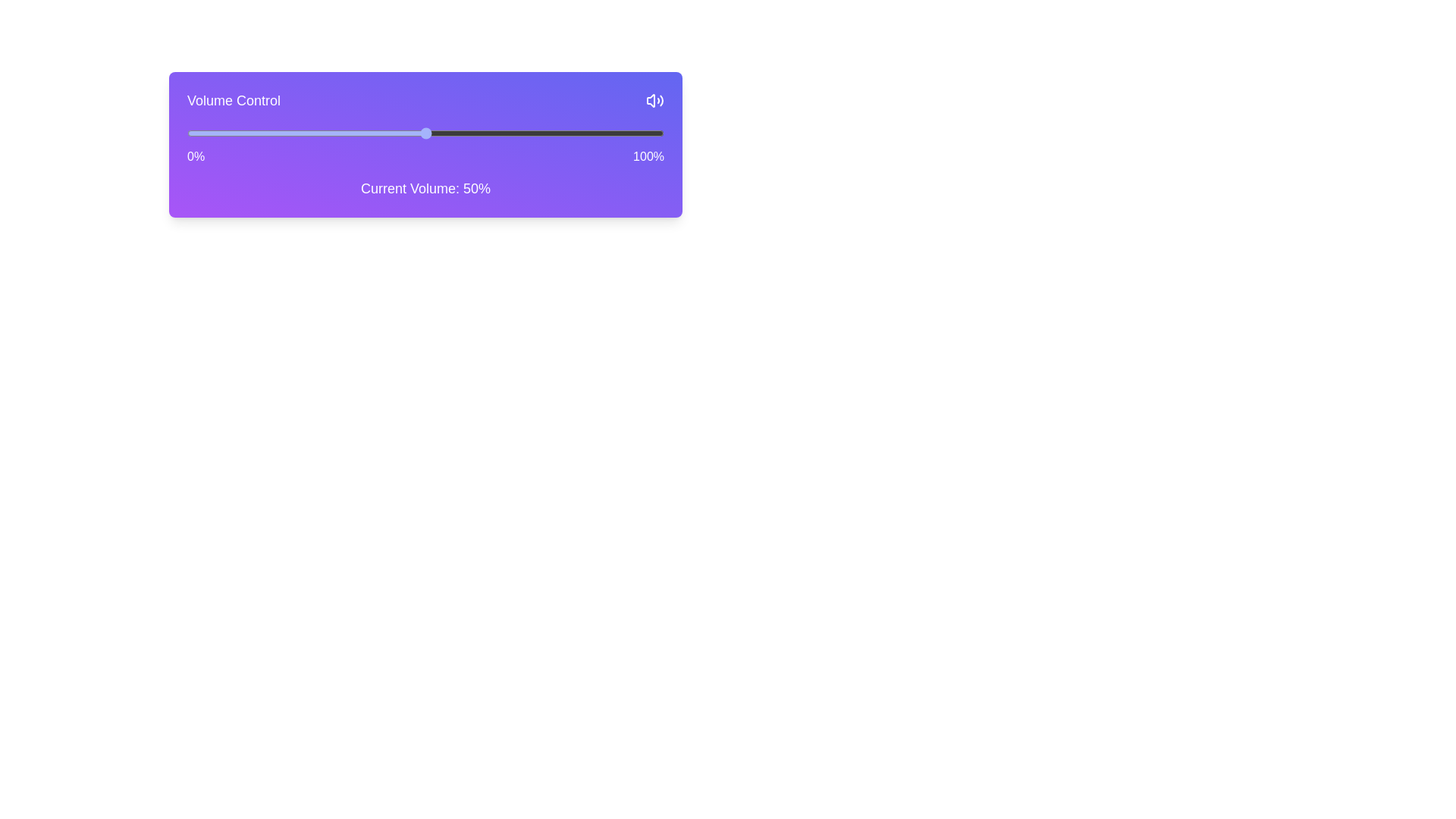 This screenshot has width=1456, height=819. What do you see at coordinates (425, 145) in the screenshot?
I see `labels on the Volume control panel to understand the volume range from 0% to 100%` at bounding box center [425, 145].